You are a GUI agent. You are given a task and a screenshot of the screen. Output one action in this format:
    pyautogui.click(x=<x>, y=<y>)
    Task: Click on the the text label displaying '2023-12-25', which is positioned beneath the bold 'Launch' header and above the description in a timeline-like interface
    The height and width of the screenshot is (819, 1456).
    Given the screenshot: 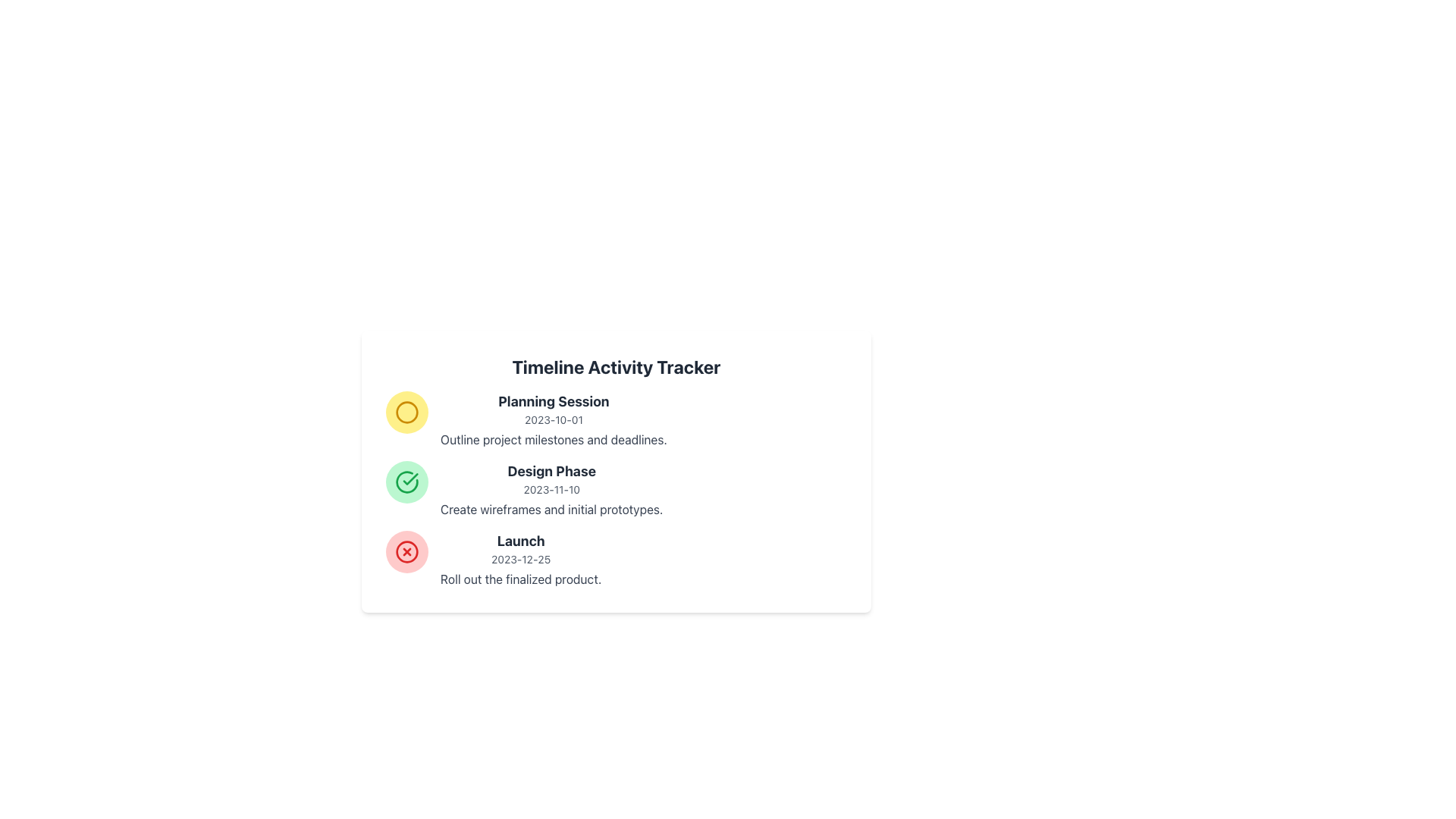 What is the action you would take?
    pyautogui.click(x=521, y=559)
    